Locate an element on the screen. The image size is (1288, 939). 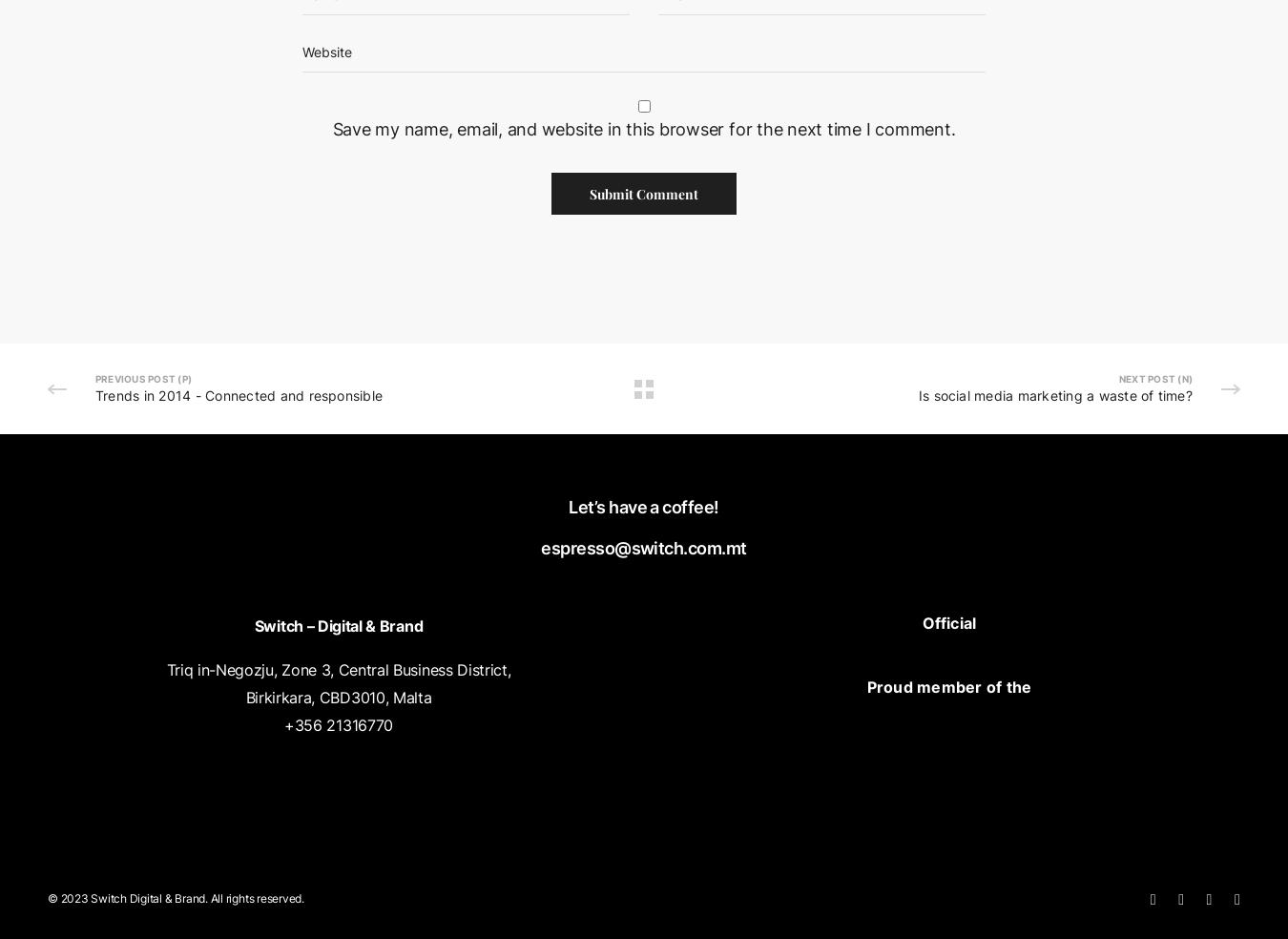
'Trends in 2014 - Connected and responsible' is located at coordinates (238, 395).